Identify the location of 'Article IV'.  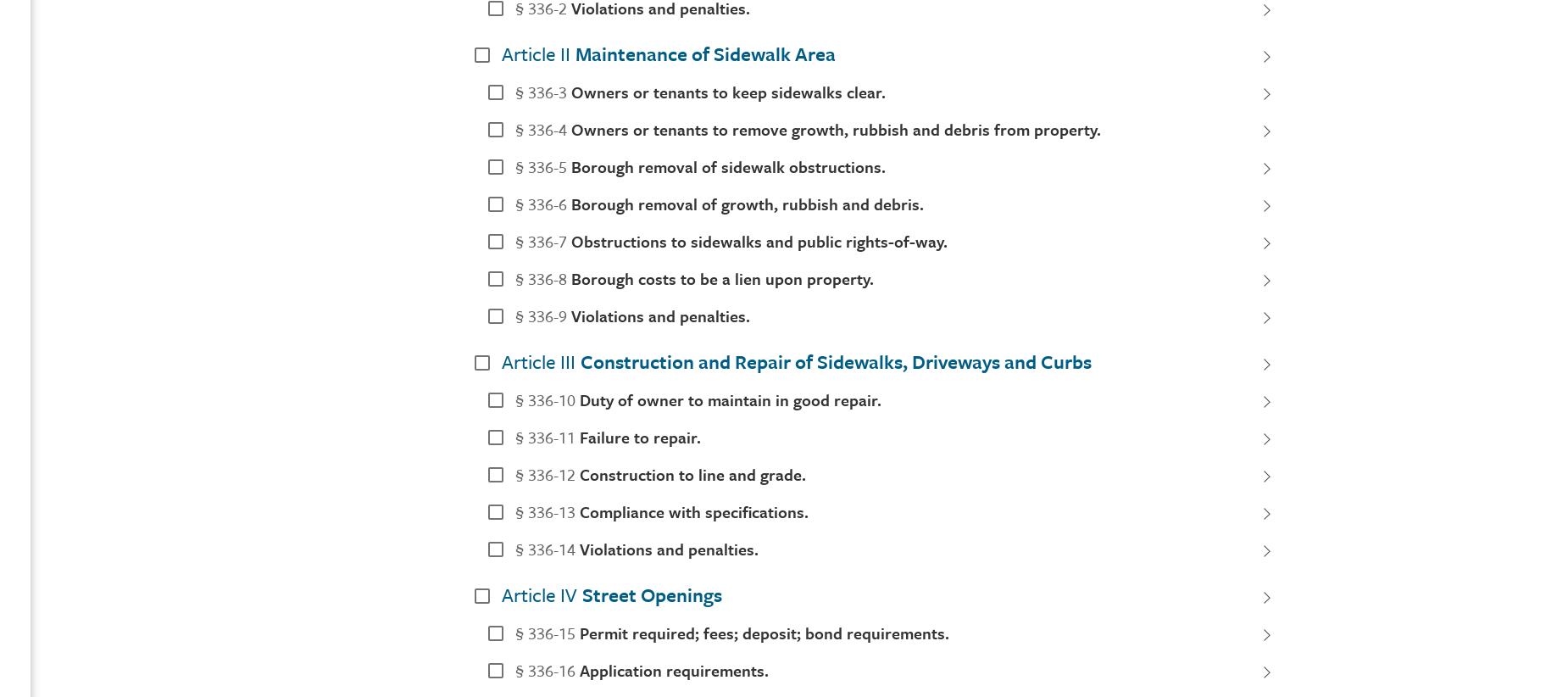
(539, 594).